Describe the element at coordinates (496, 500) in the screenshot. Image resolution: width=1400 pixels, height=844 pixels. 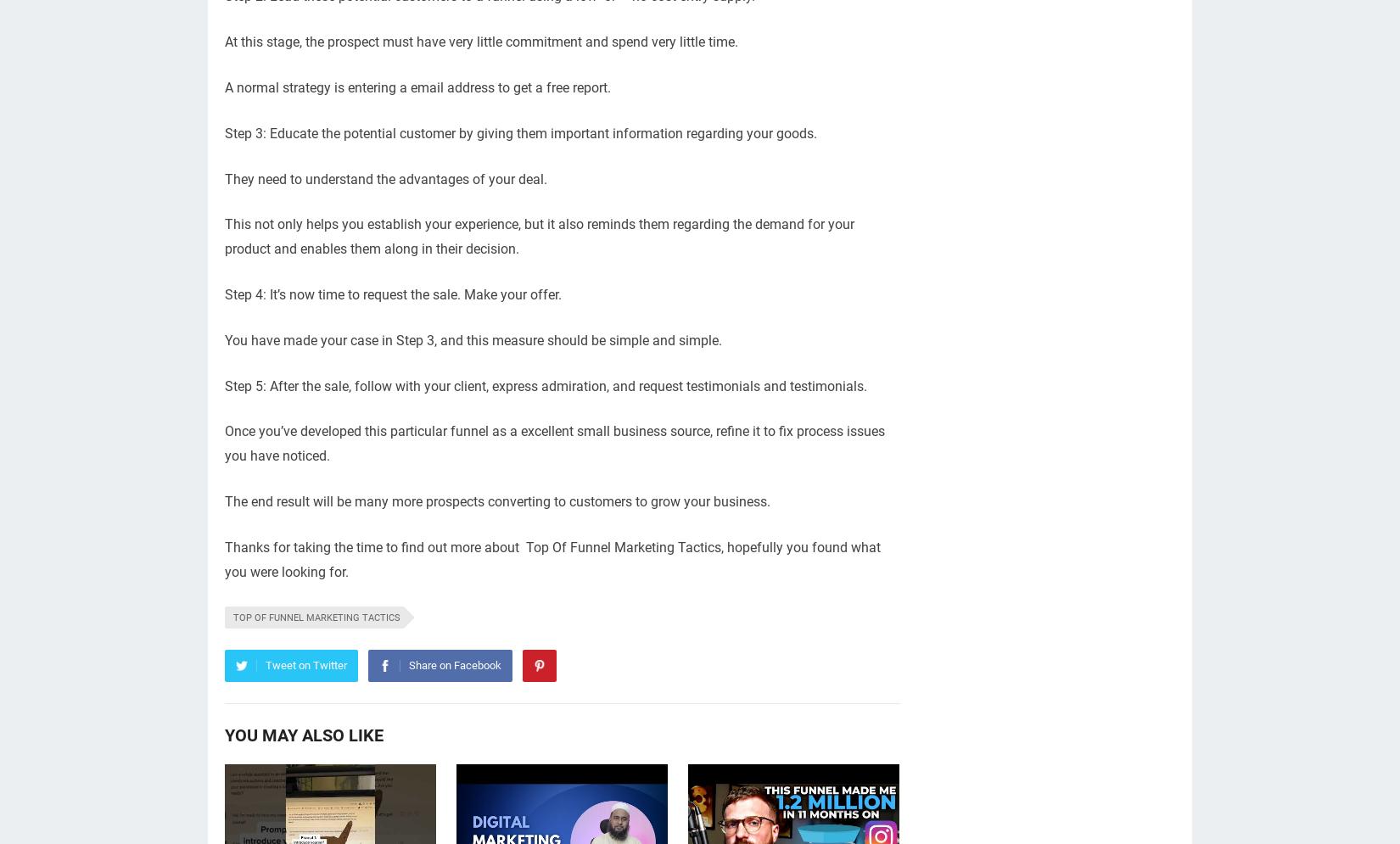
I see `'The end result will be many more prospects converting to customers to grow your business.'` at that location.